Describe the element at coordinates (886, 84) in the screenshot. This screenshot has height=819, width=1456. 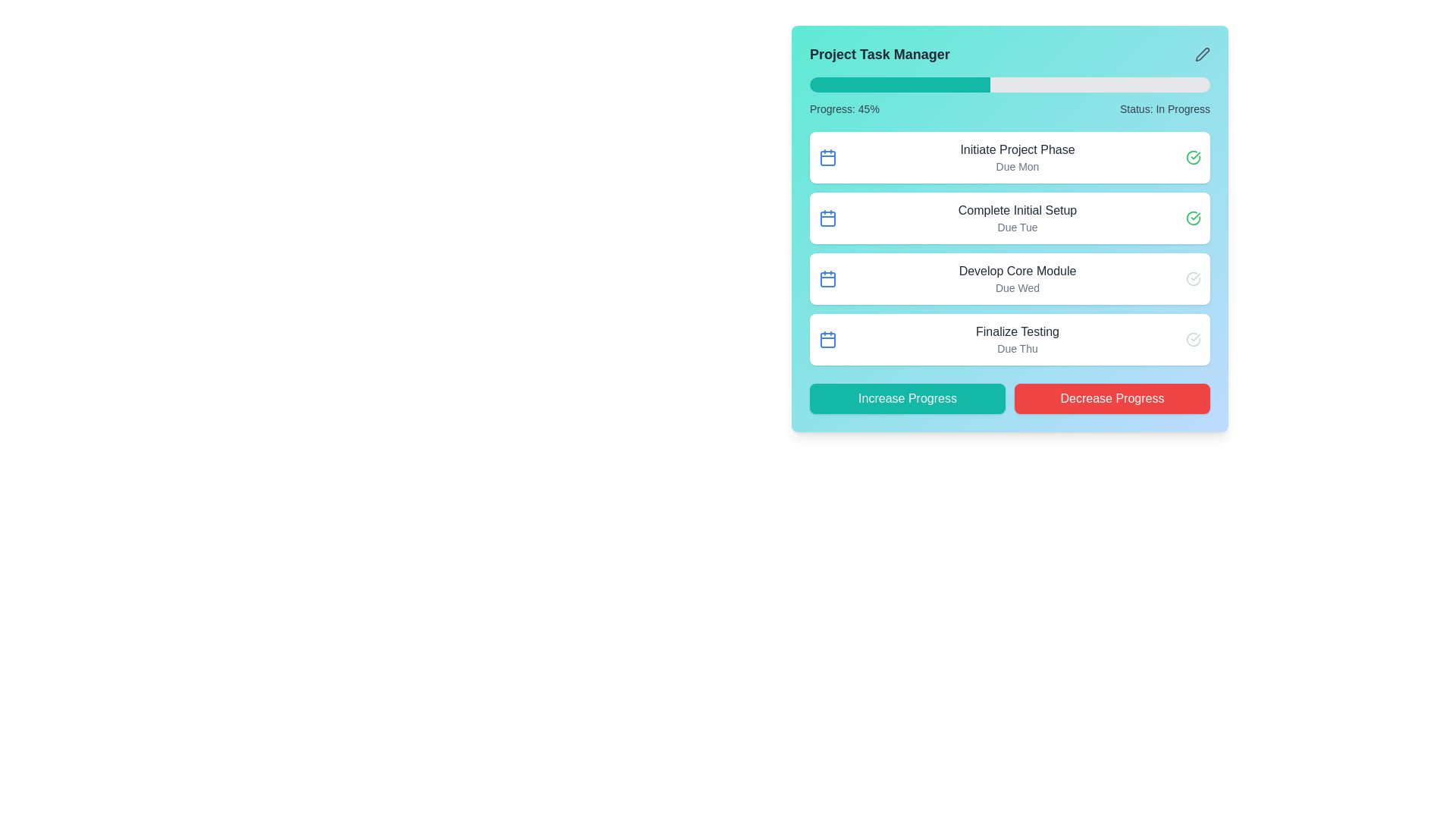
I see `the progress bar` at that location.